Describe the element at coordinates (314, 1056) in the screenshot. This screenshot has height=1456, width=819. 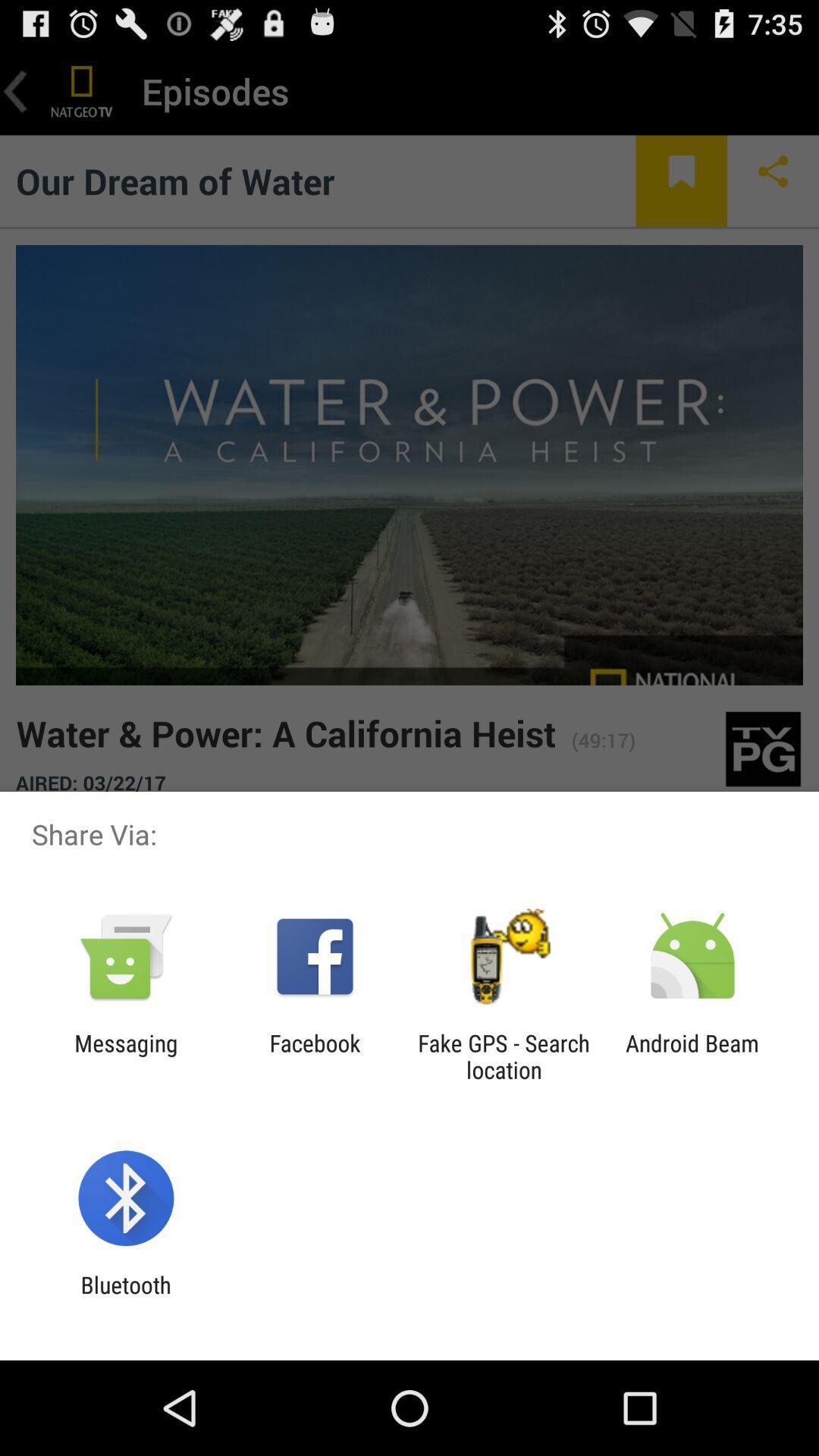
I see `the item to the right of the messaging item` at that location.